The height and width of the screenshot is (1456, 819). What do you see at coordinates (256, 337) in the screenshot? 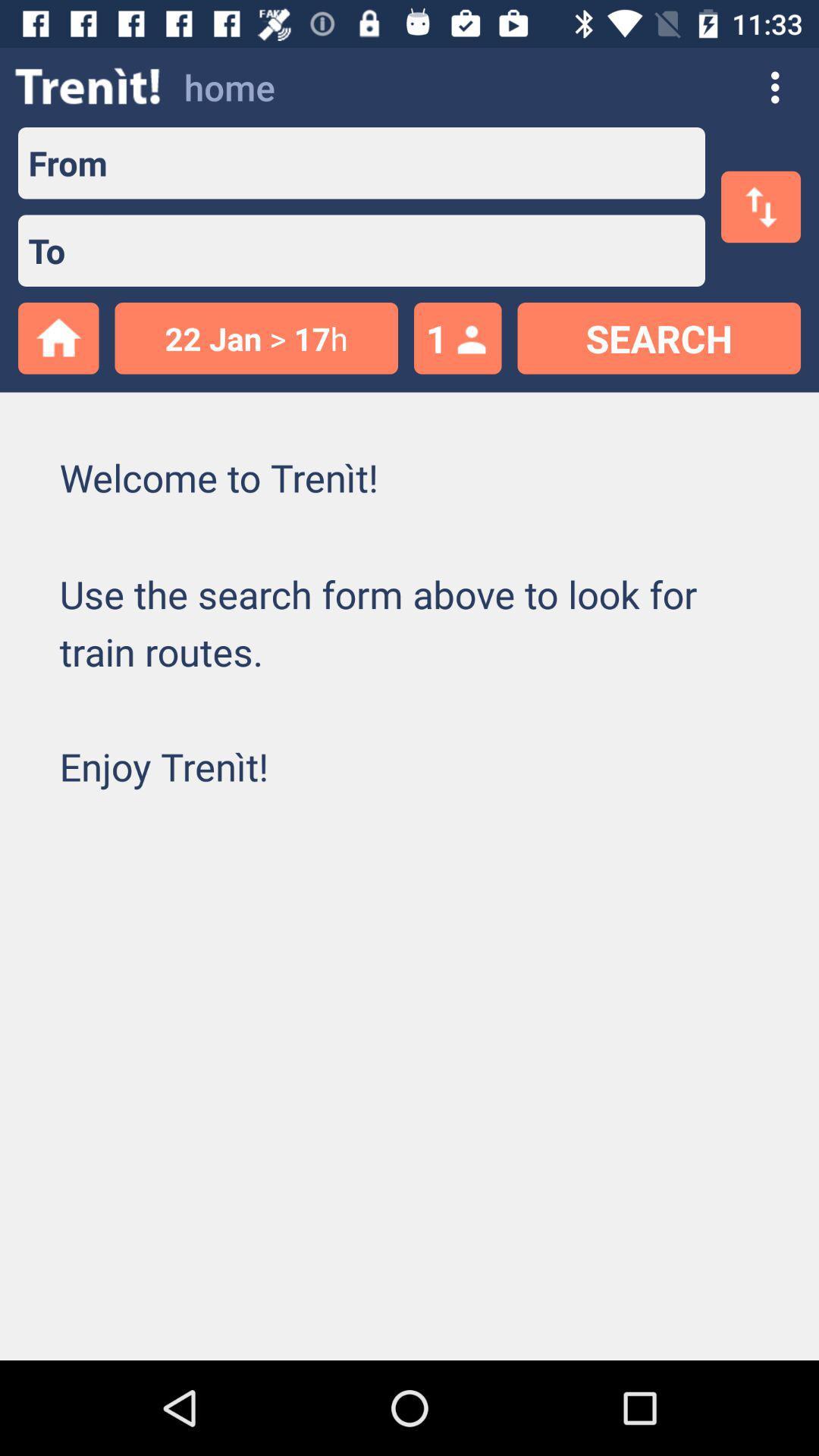
I see `item below the to icon` at bounding box center [256, 337].